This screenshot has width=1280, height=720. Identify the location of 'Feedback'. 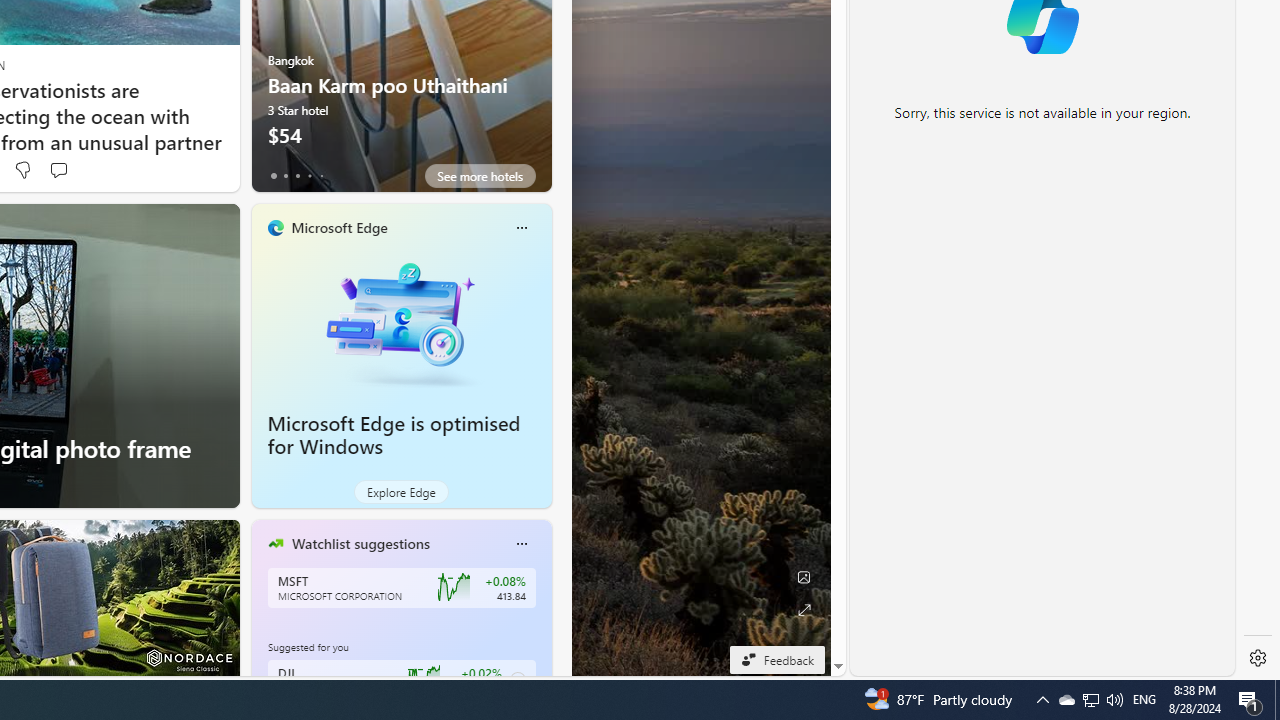
(776, 659).